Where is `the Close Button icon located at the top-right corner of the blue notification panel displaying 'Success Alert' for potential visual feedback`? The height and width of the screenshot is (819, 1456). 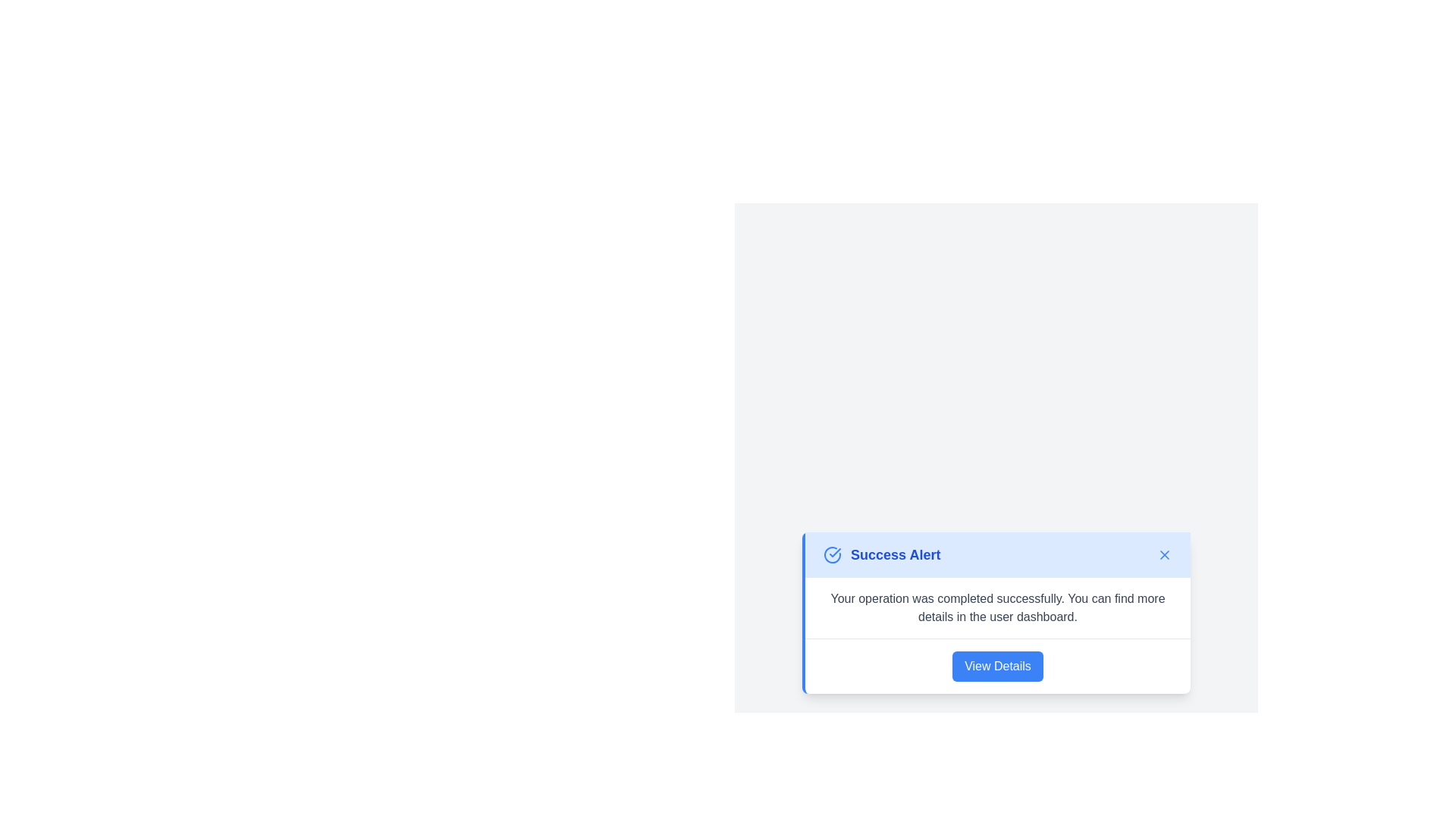 the Close Button icon located at the top-right corner of the blue notification panel displaying 'Success Alert' for potential visual feedback is located at coordinates (1164, 554).